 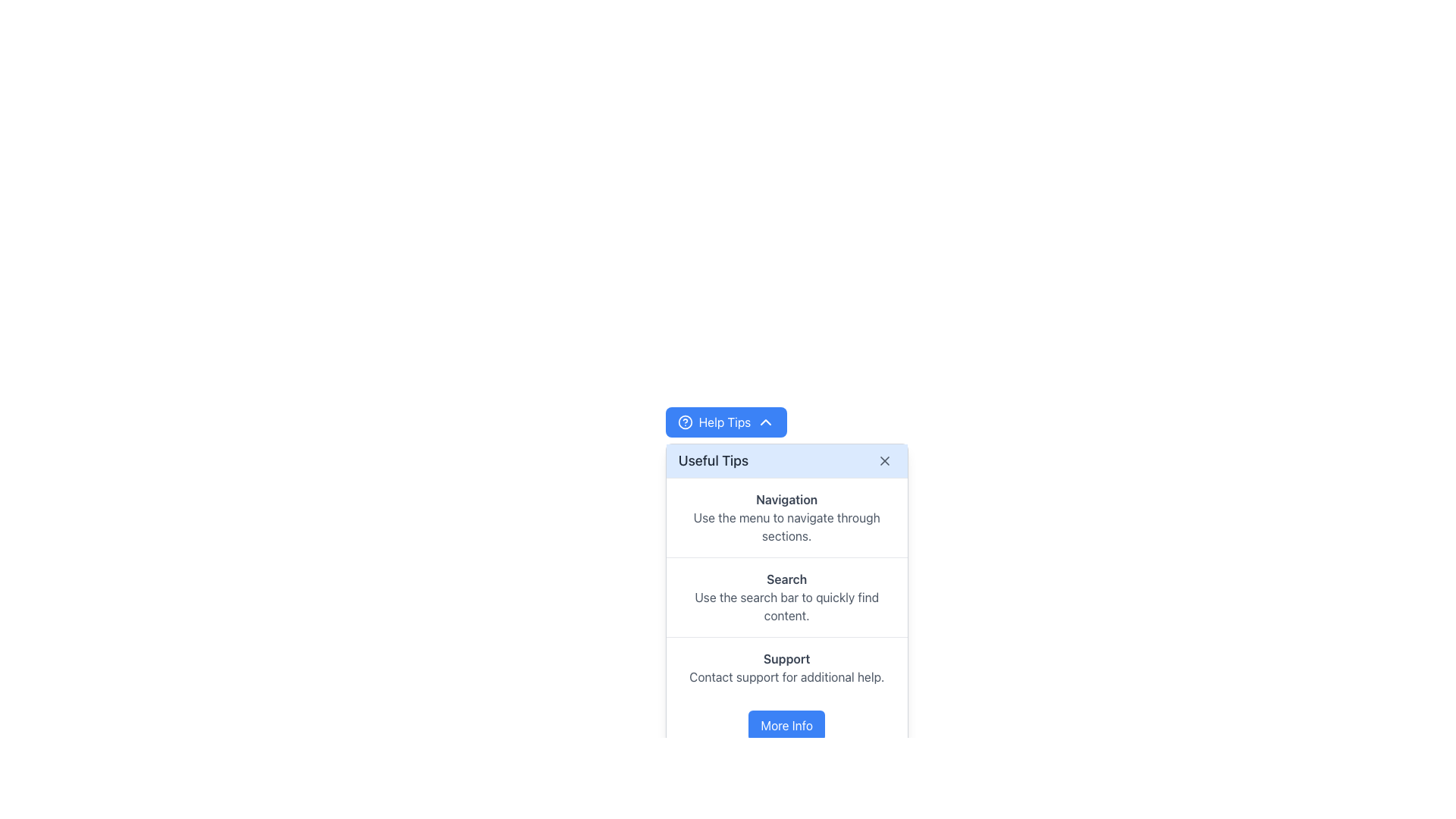 I want to click on the 'More Info' button with a blue background and white text located at the bottom section of the 'Useful Tips' panel to invoke an action or navigate to another page, so click(x=786, y=724).